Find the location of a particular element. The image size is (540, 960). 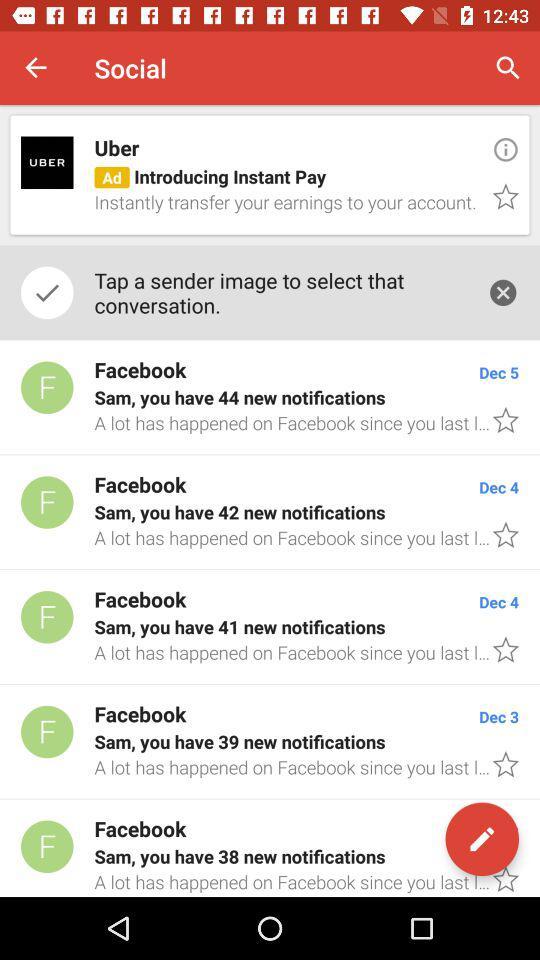

the edit icon is located at coordinates (481, 839).